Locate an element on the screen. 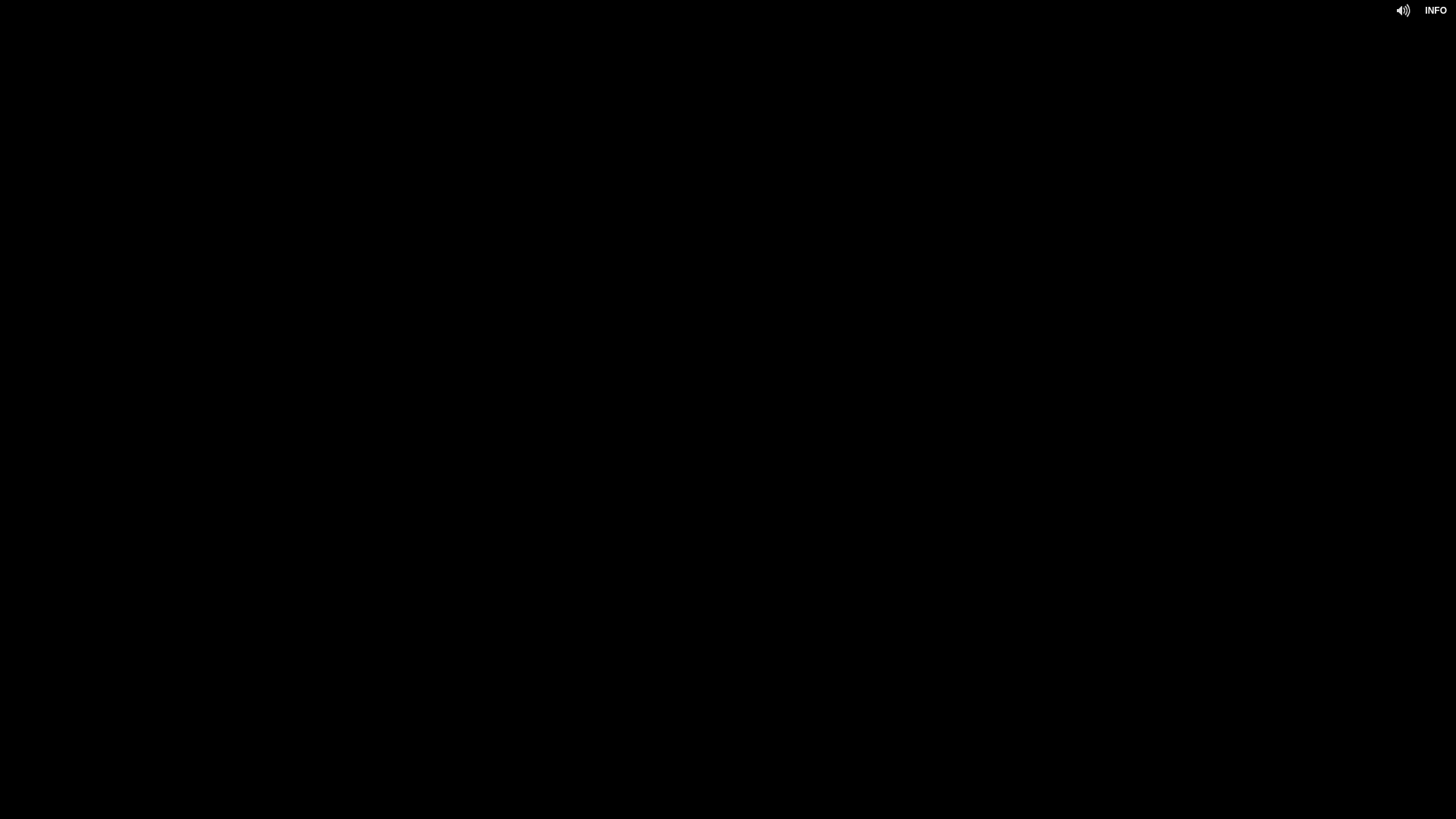 Image resolution: width=1456 pixels, height=819 pixels. 'INFO' is located at coordinates (1435, 11).